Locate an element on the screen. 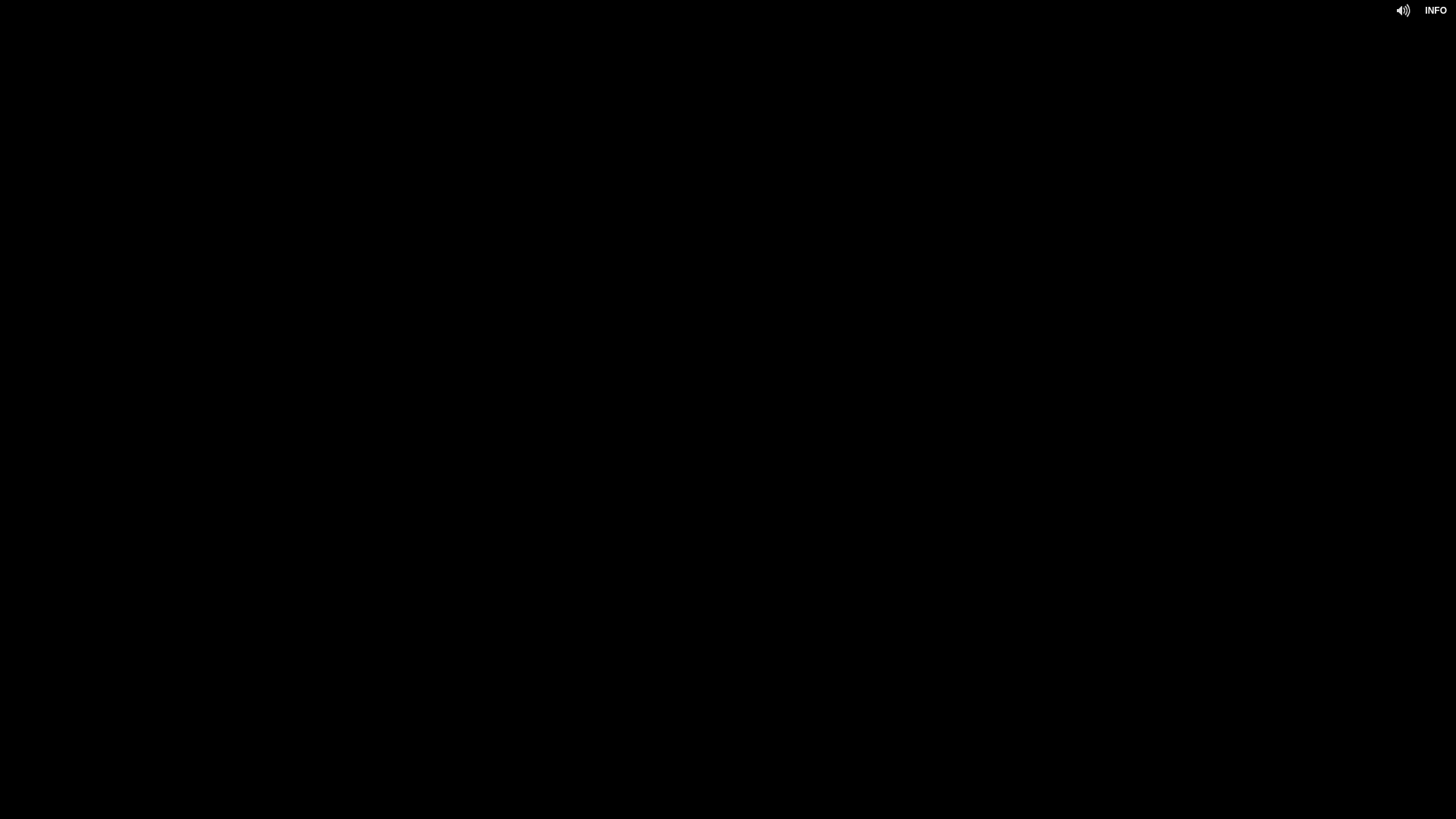 Image resolution: width=1456 pixels, height=819 pixels. 'INFO' is located at coordinates (1435, 11).